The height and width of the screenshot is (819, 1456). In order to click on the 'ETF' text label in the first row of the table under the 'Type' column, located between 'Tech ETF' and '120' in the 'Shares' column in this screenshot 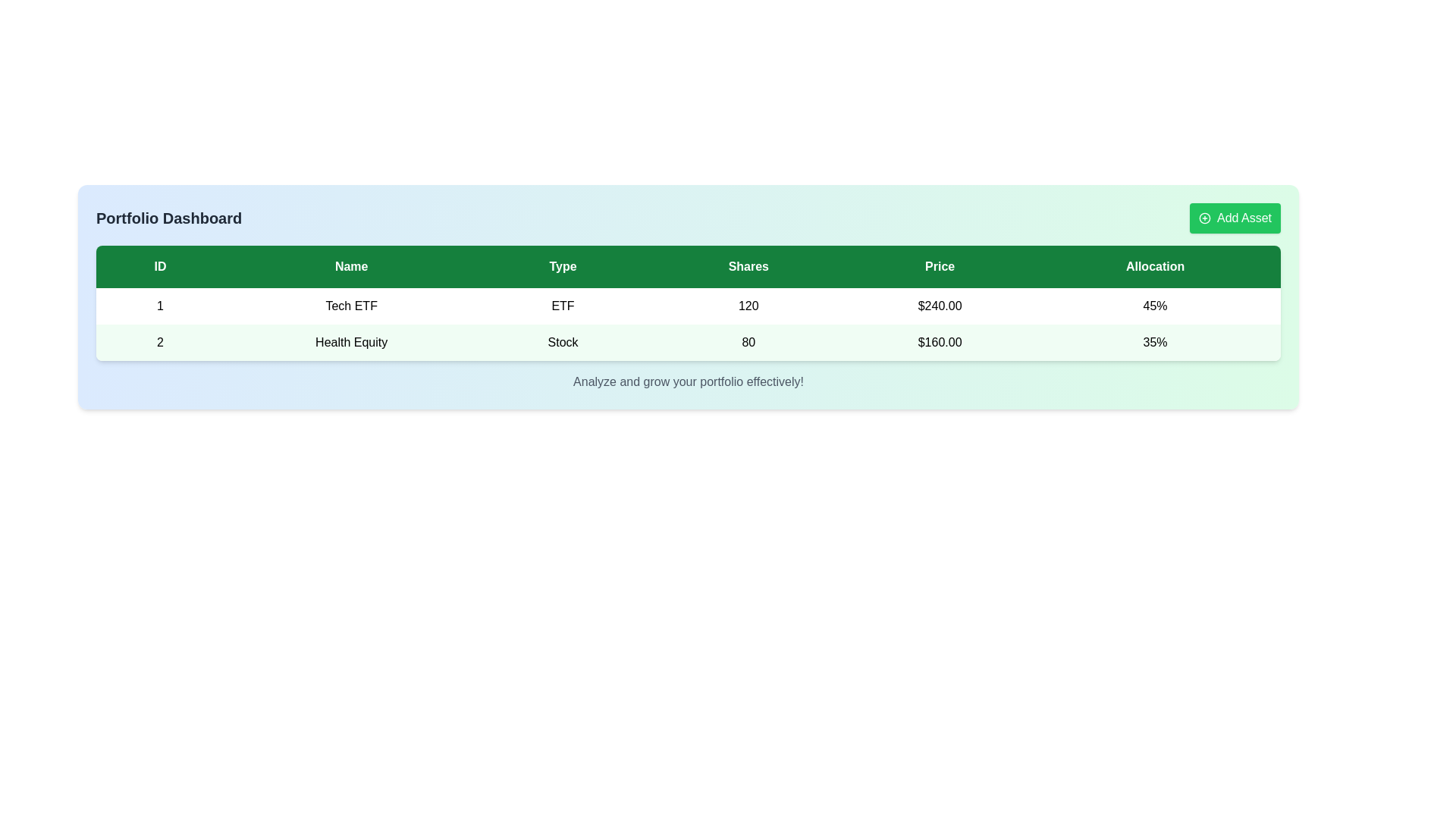, I will do `click(562, 306)`.